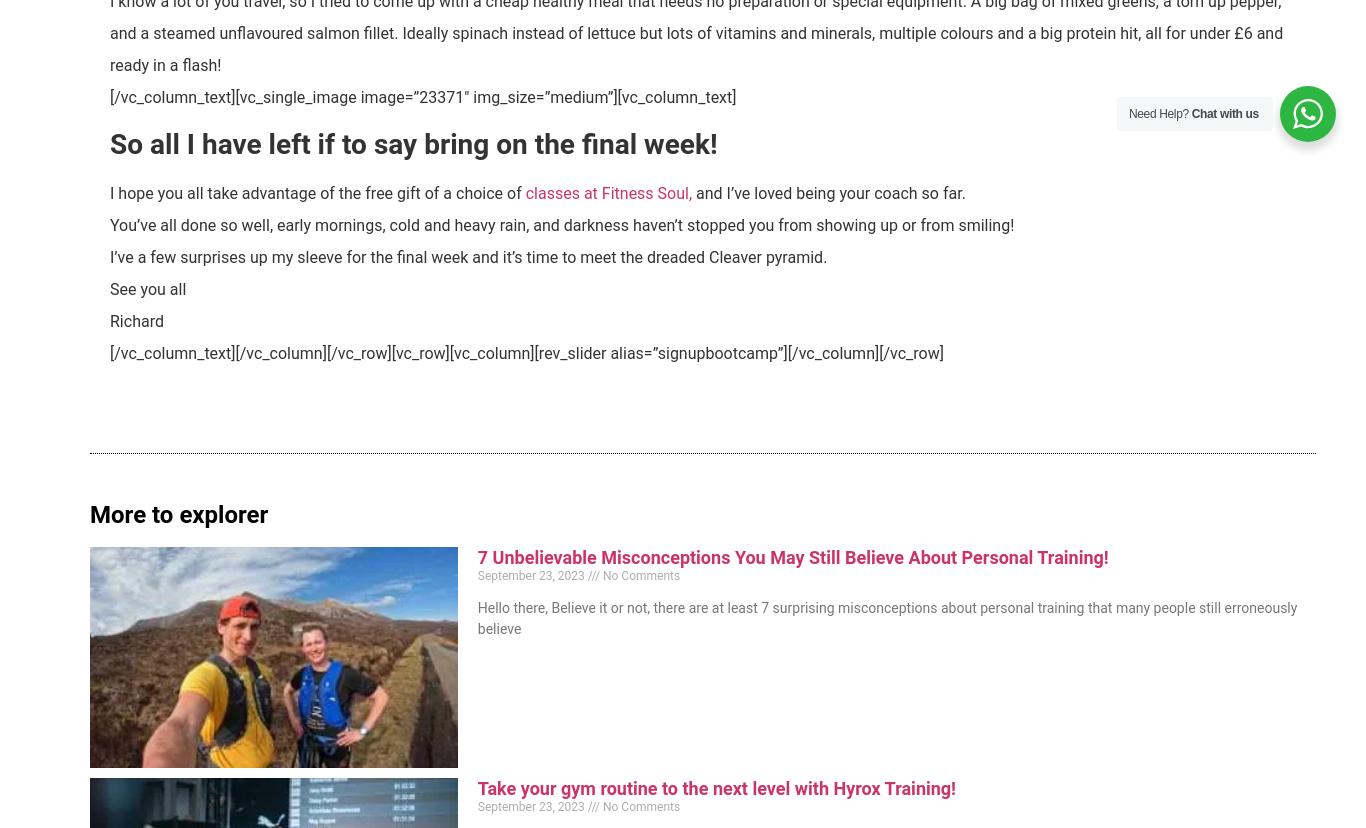  I want to click on 'So all I have left if to say bring on the final week!', so click(412, 144).